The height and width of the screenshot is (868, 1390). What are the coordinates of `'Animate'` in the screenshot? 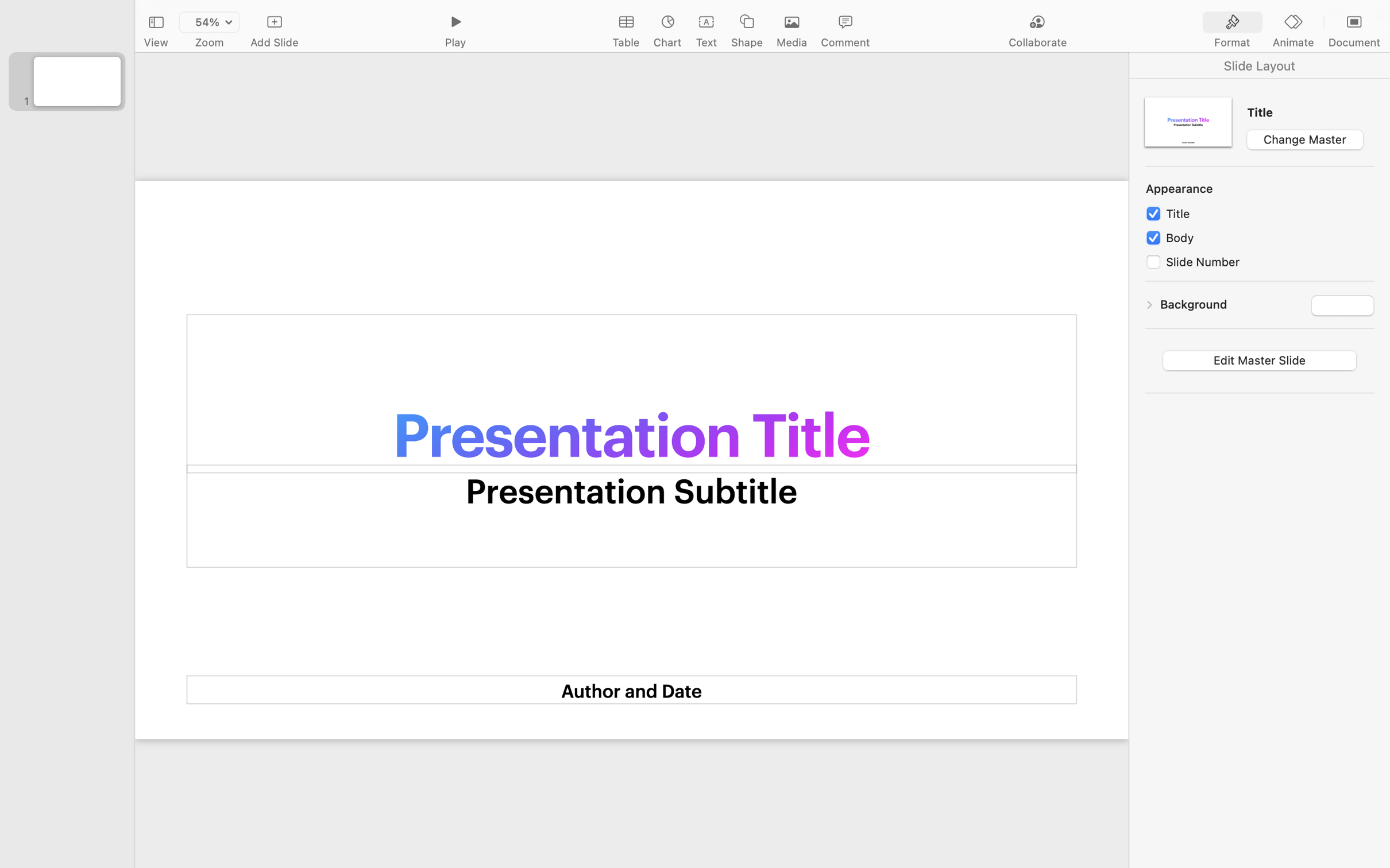 It's located at (1292, 42).